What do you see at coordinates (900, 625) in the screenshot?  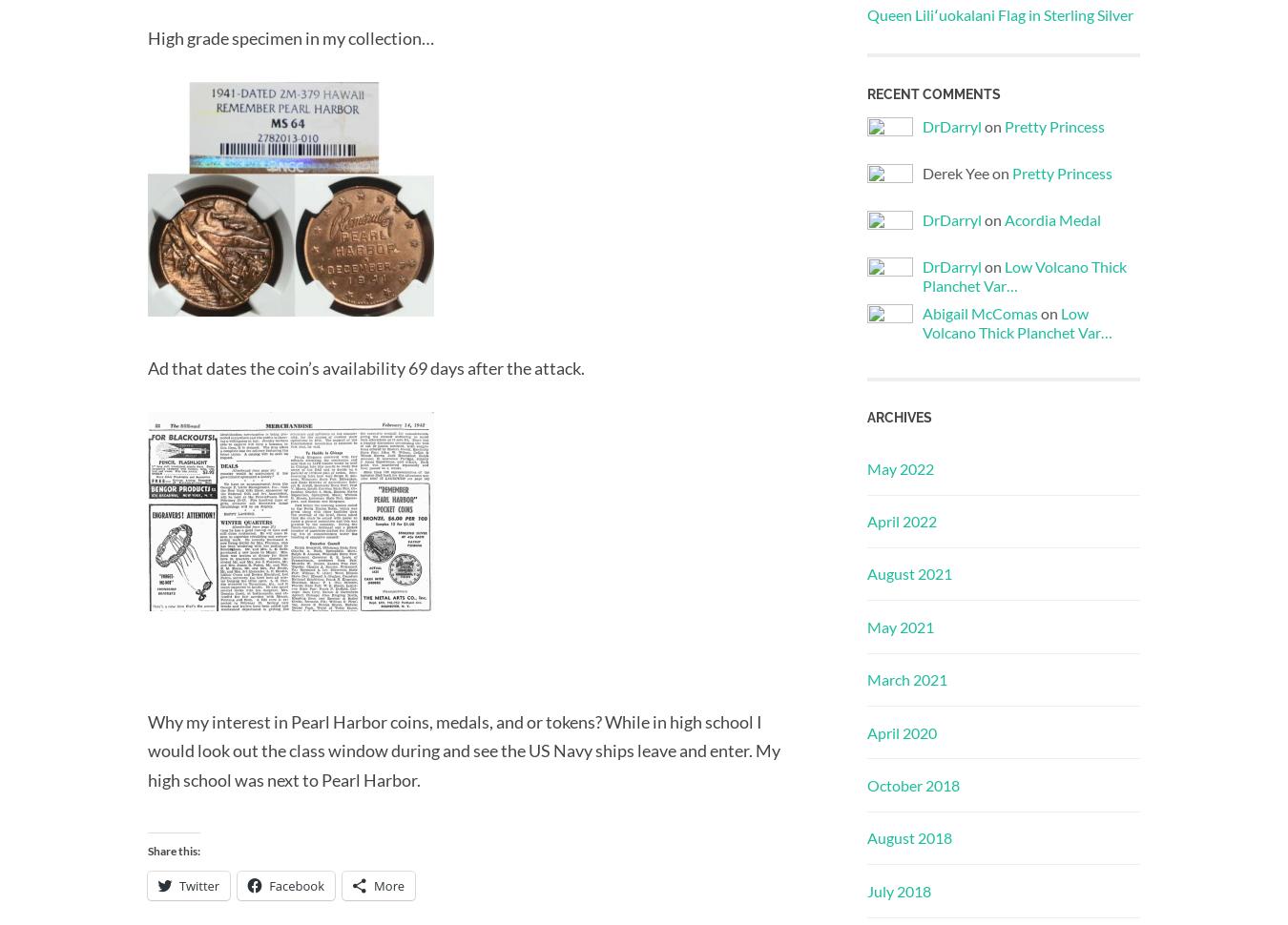 I see `'May 2021'` at bounding box center [900, 625].